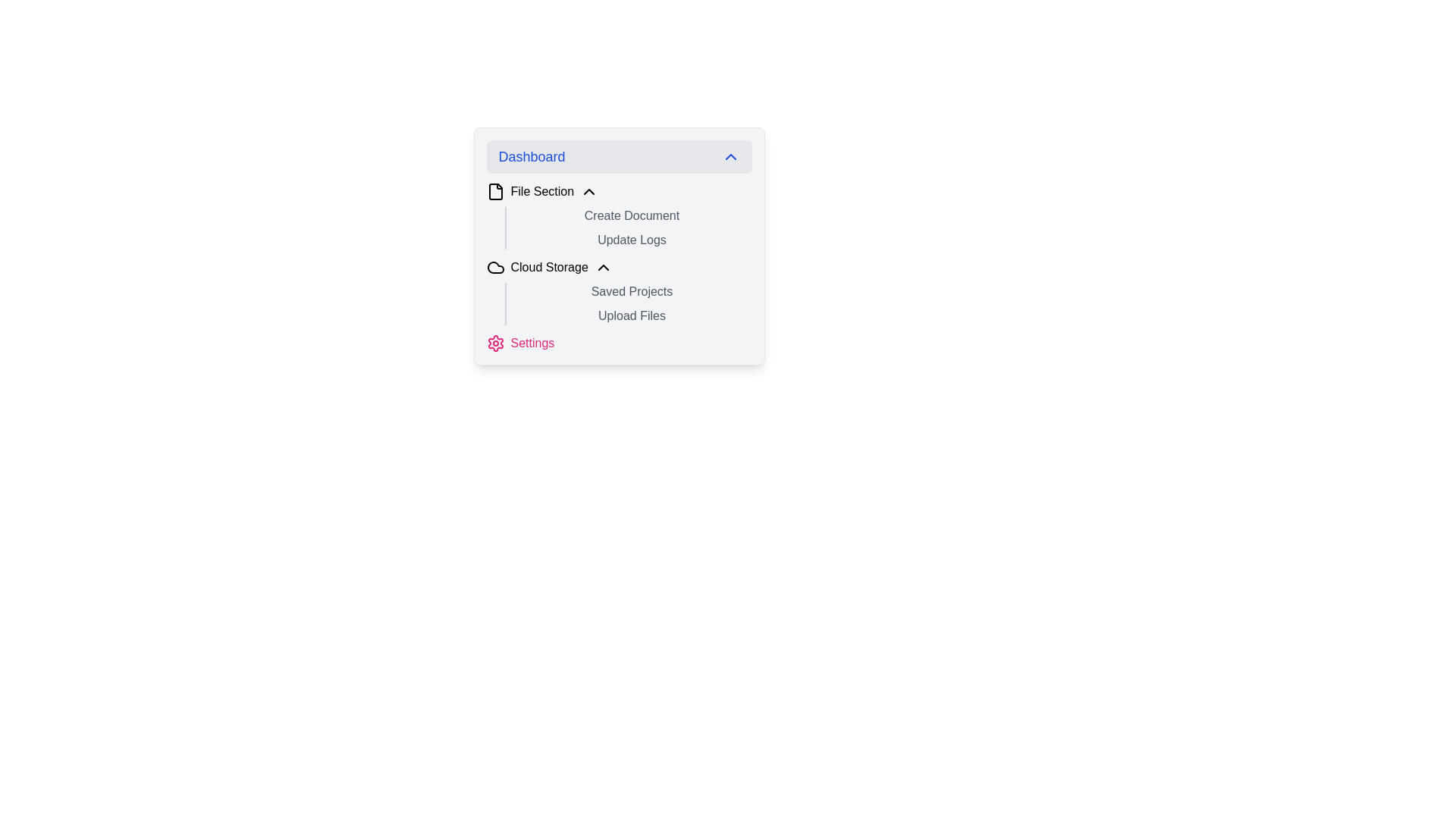 The width and height of the screenshot is (1456, 819). What do you see at coordinates (629, 315) in the screenshot?
I see `the 'Upload Files' text link in the 'Cloud Storage' subsection of the vertical navigation menu to change its color from gray to black` at bounding box center [629, 315].